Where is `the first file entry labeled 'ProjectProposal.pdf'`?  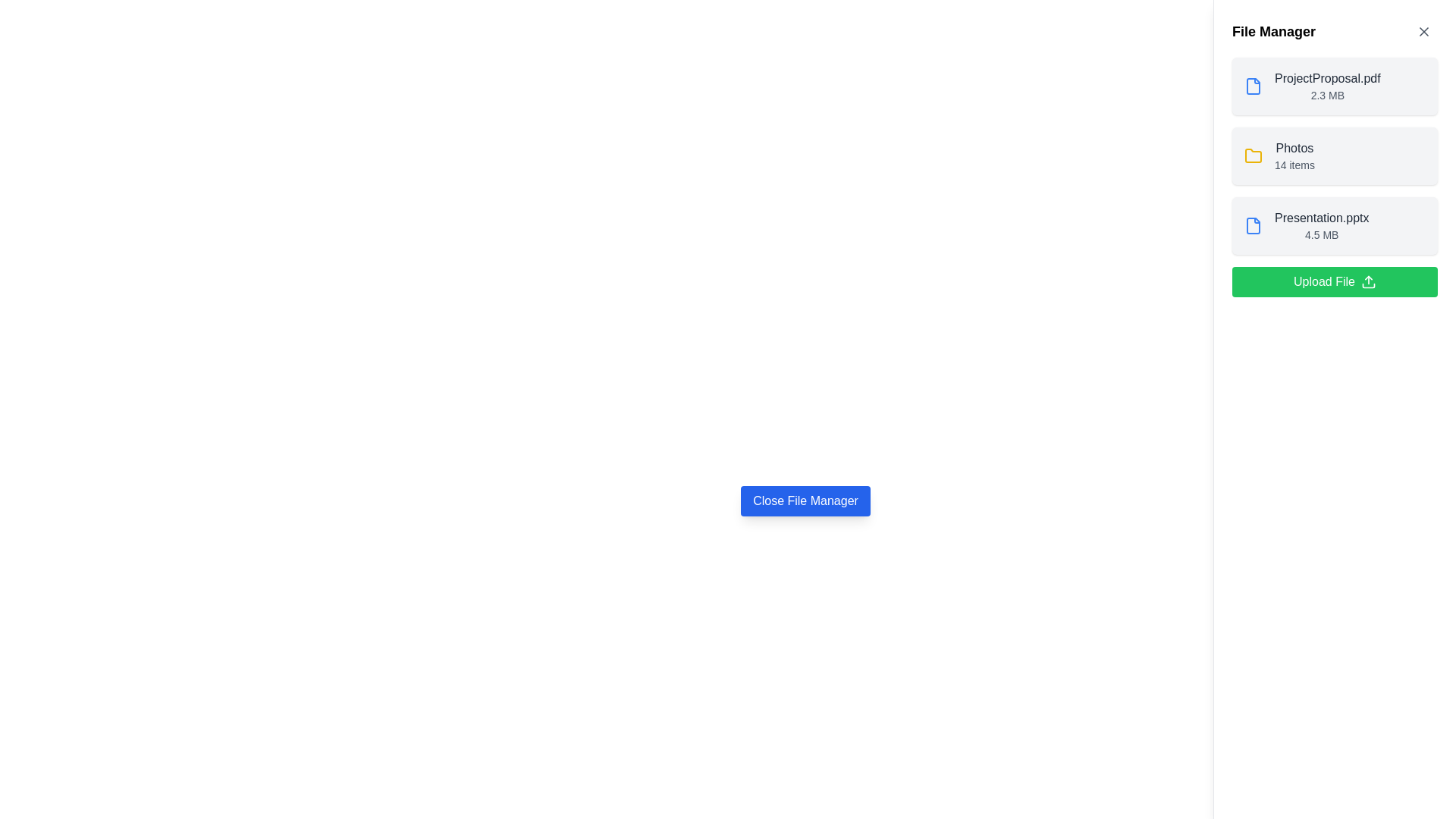
the first file entry labeled 'ProjectProposal.pdf' is located at coordinates (1326, 86).